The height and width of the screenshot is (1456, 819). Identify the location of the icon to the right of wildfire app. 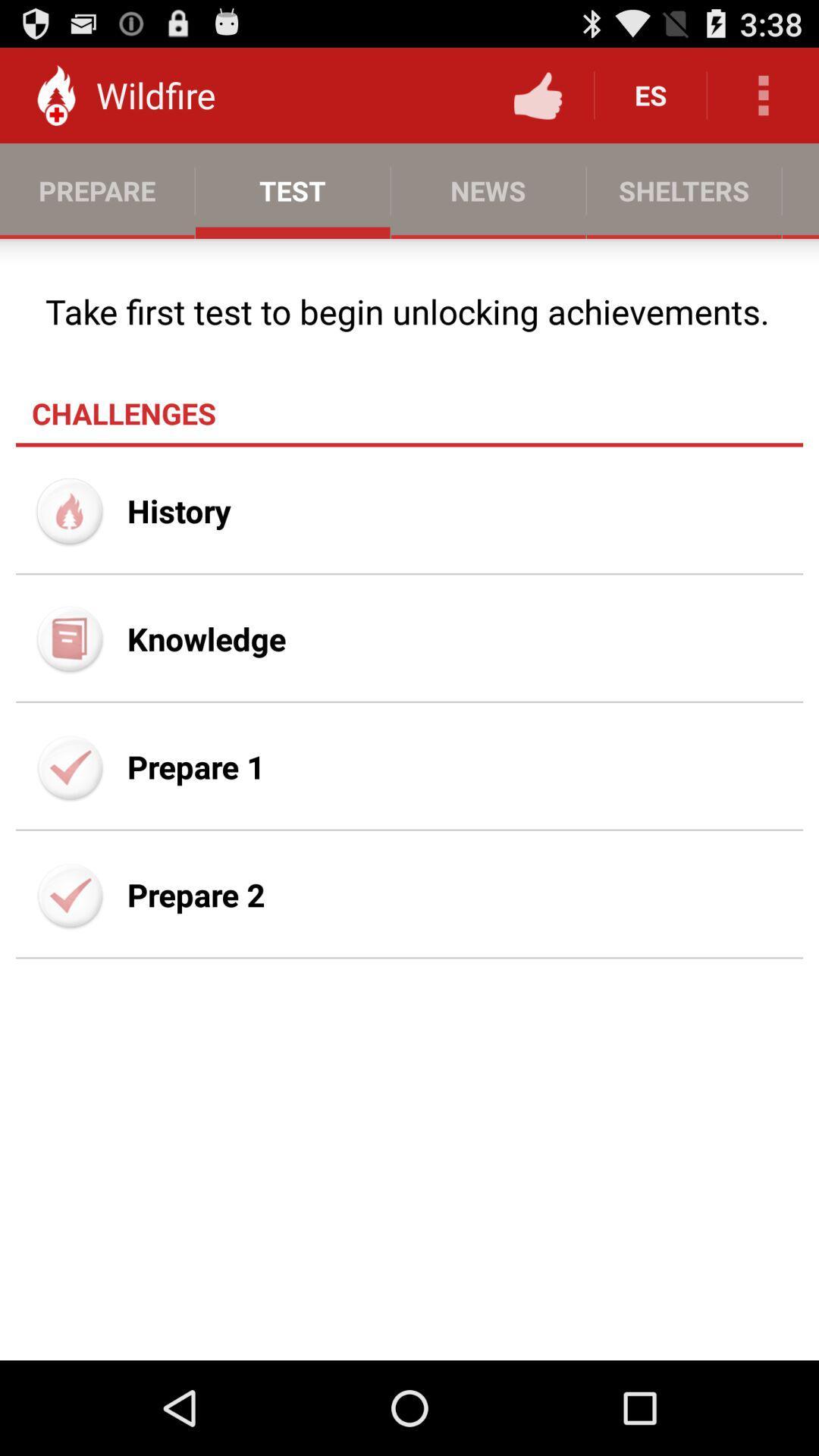
(537, 94).